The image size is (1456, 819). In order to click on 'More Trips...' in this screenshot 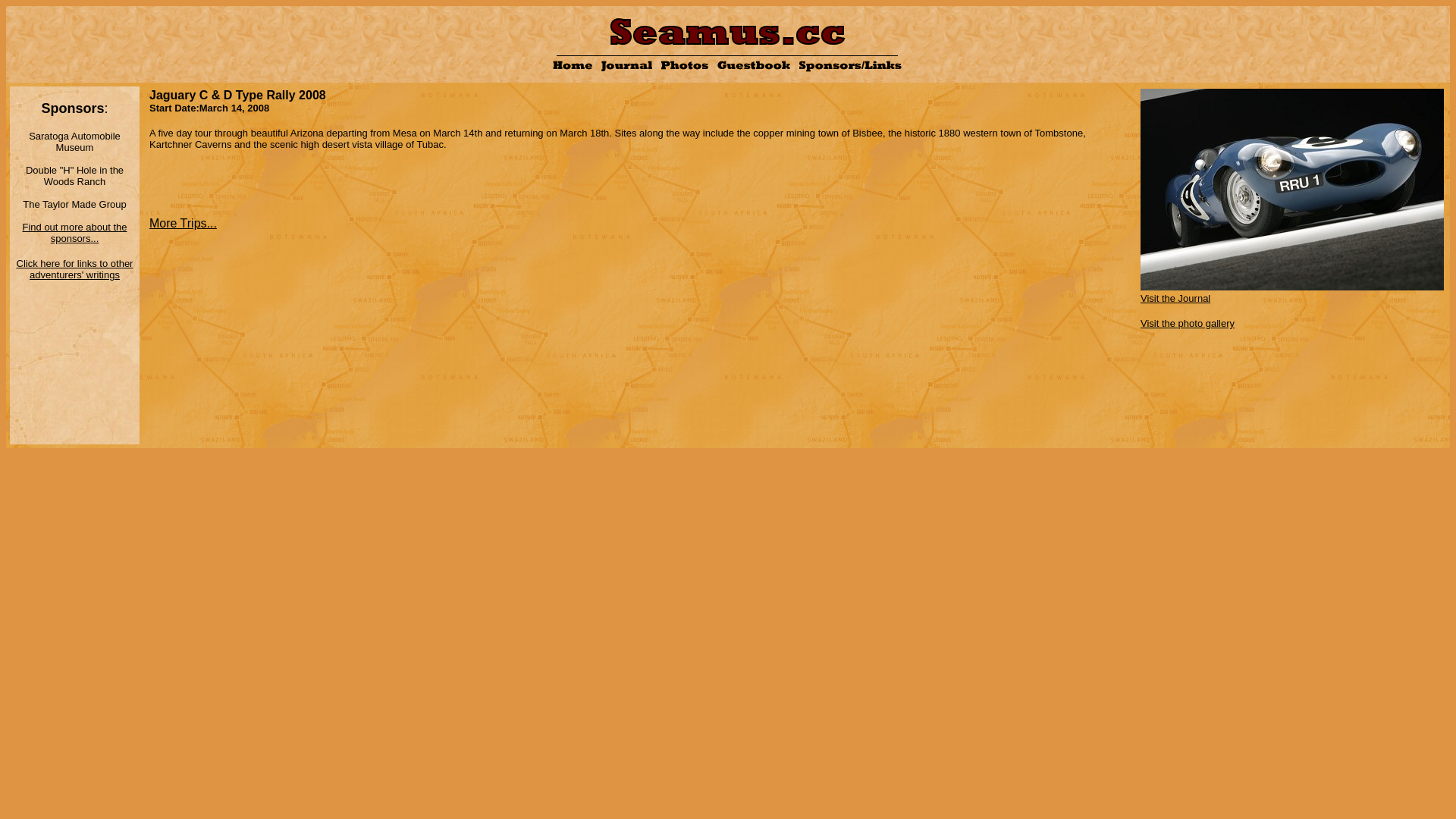, I will do `click(149, 223)`.